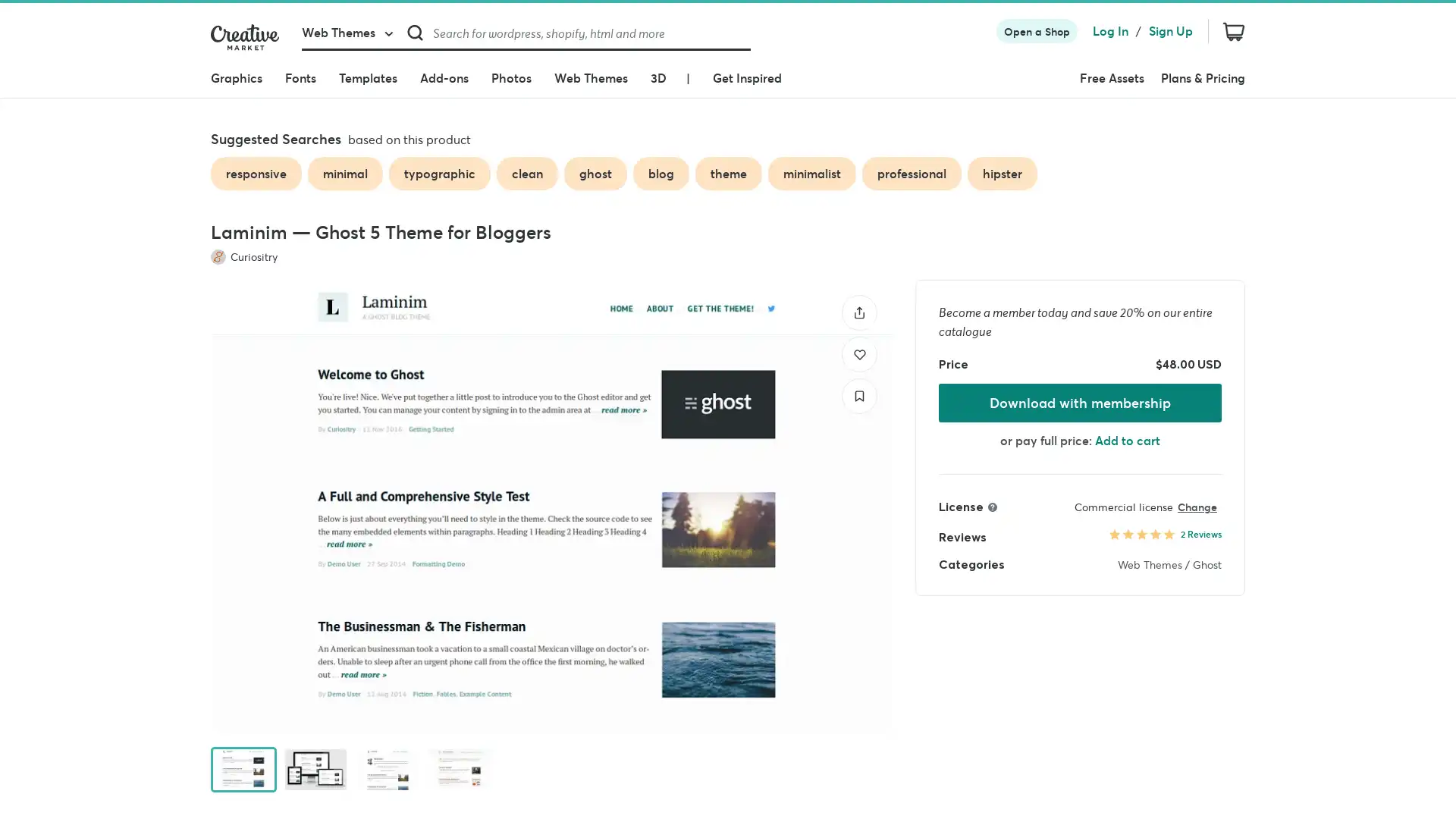 The image size is (1456, 819). Describe the element at coordinates (859, 353) in the screenshot. I see `Like` at that location.